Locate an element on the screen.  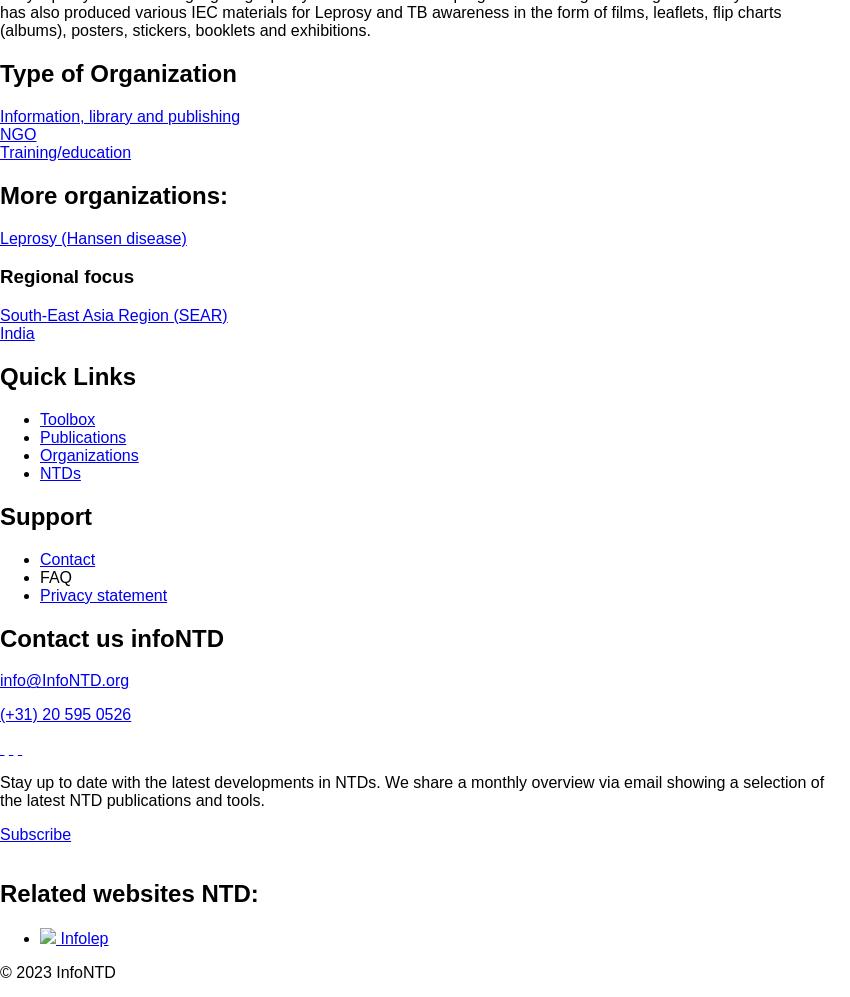
'Privacy statement' is located at coordinates (39, 593).